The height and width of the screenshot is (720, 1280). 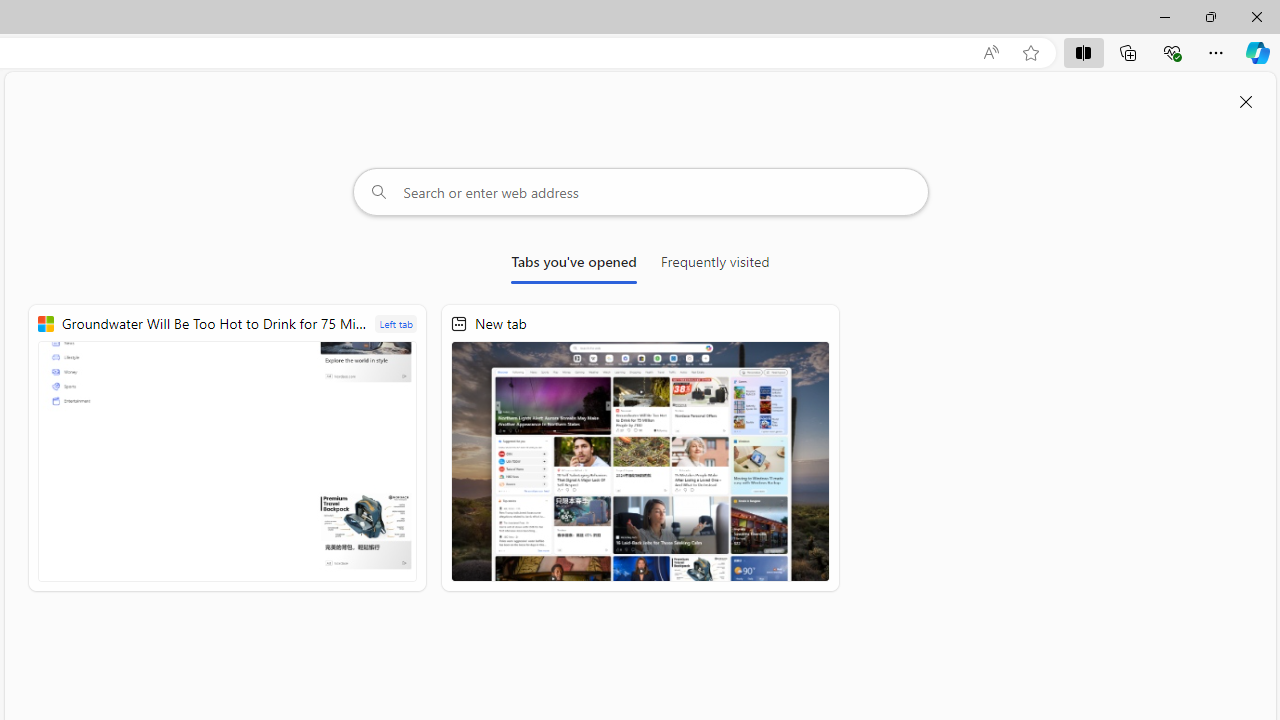 What do you see at coordinates (1257, 51) in the screenshot?
I see `'Copilot (Ctrl+Shift+.)'` at bounding box center [1257, 51].